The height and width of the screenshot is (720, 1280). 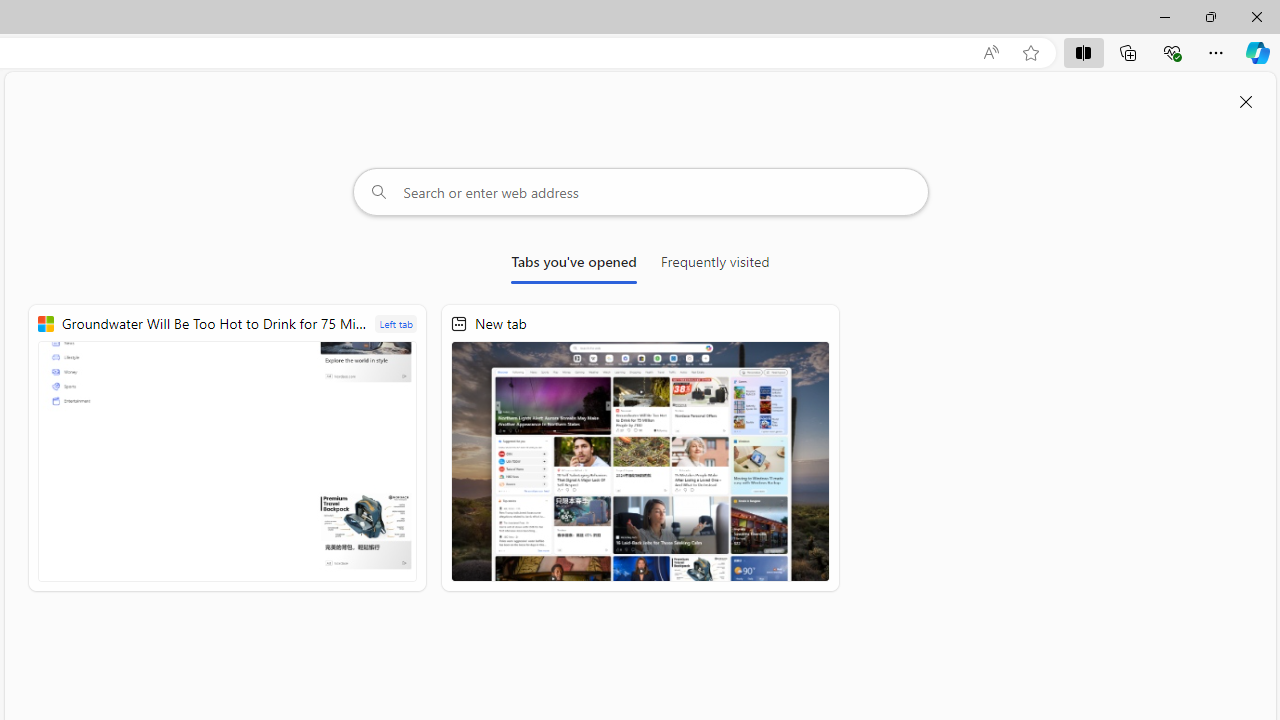 What do you see at coordinates (1257, 51) in the screenshot?
I see `'Copilot (Ctrl+Shift+.)'` at bounding box center [1257, 51].